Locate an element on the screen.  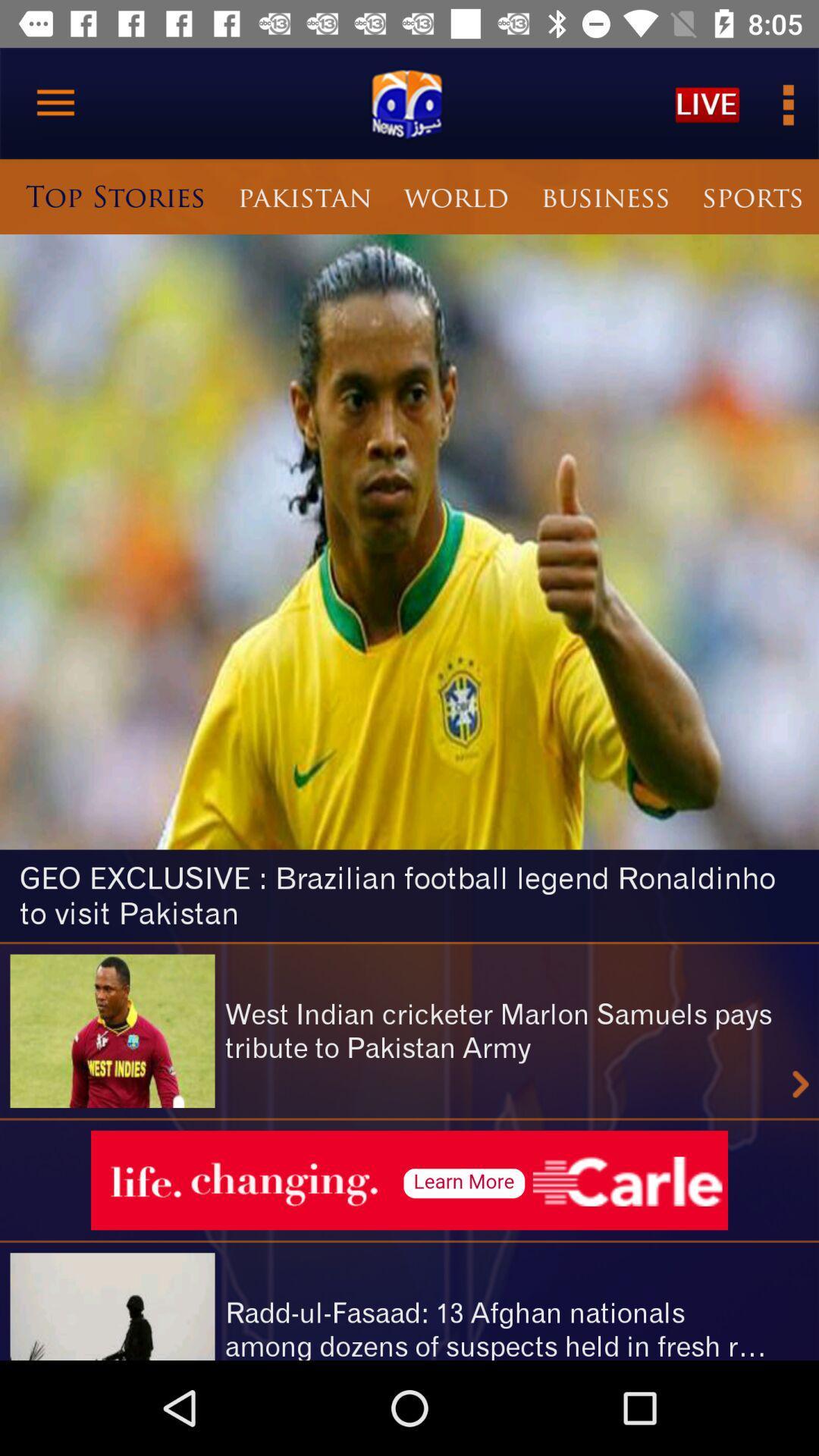
icon left to the 3 dotted vertical line icon is located at coordinates (708, 103).